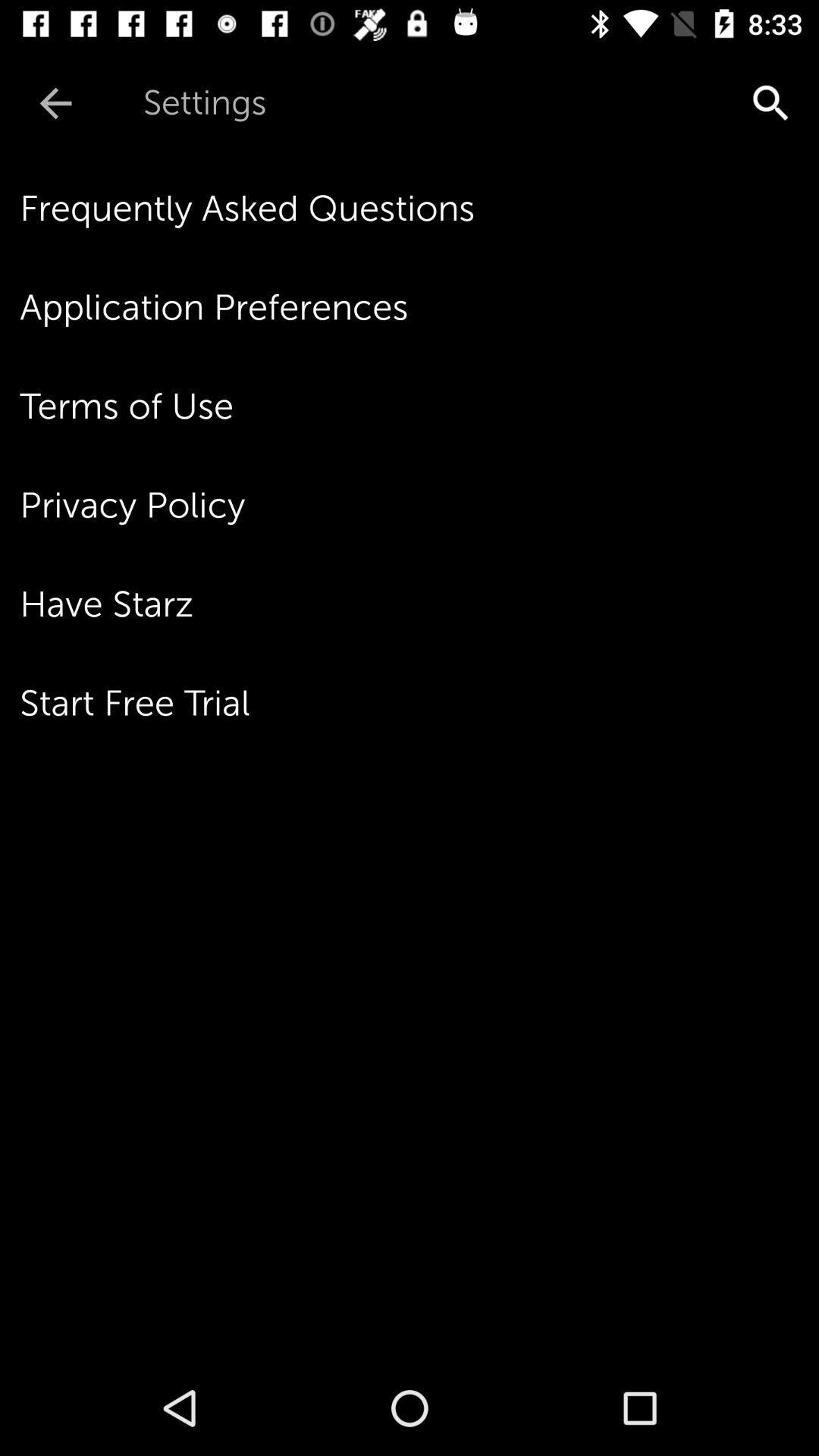  What do you see at coordinates (419, 406) in the screenshot?
I see `the terms of use` at bounding box center [419, 406].